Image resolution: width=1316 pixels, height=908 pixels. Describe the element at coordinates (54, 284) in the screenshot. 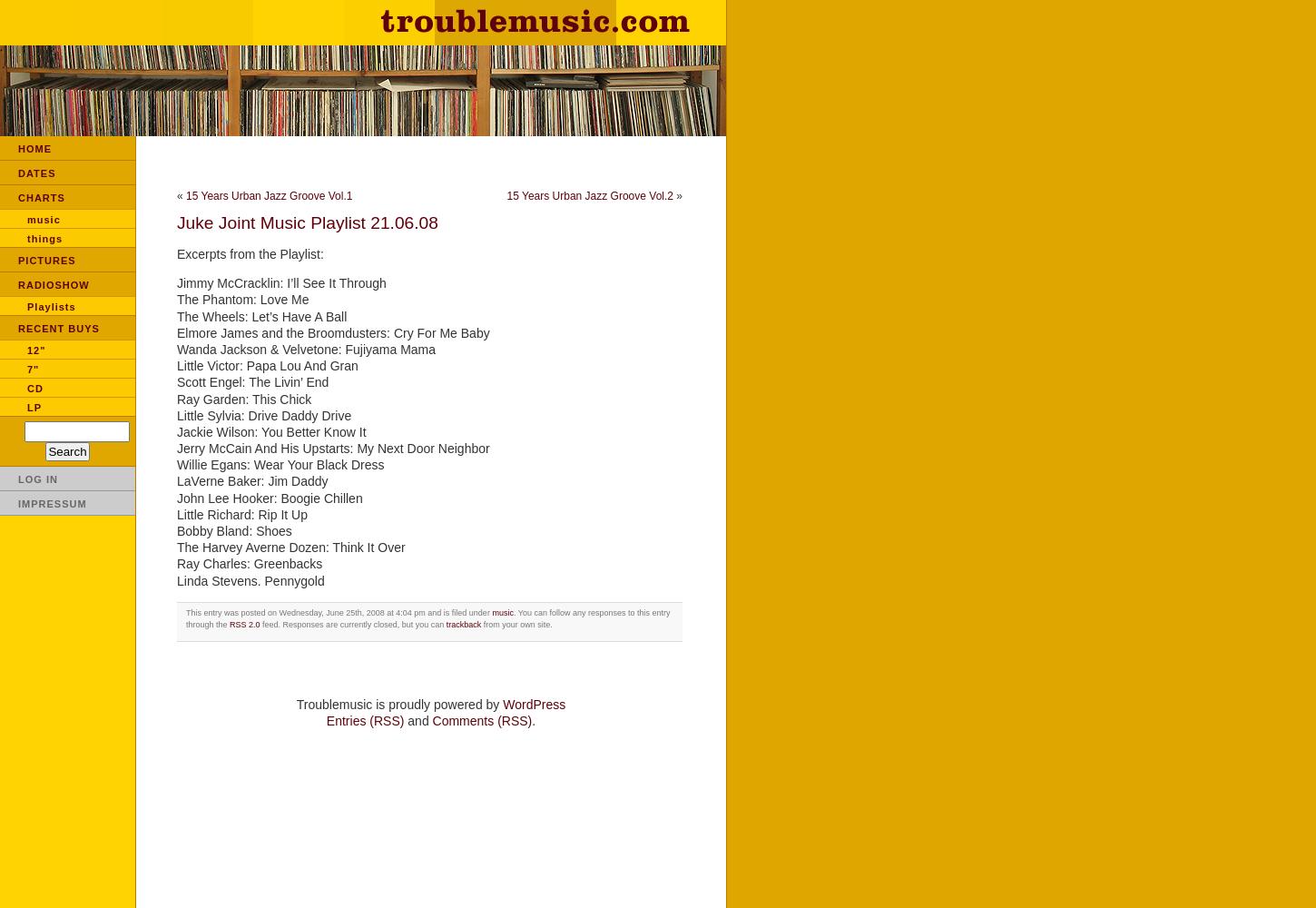

I see `'Radioshow'` at that location.